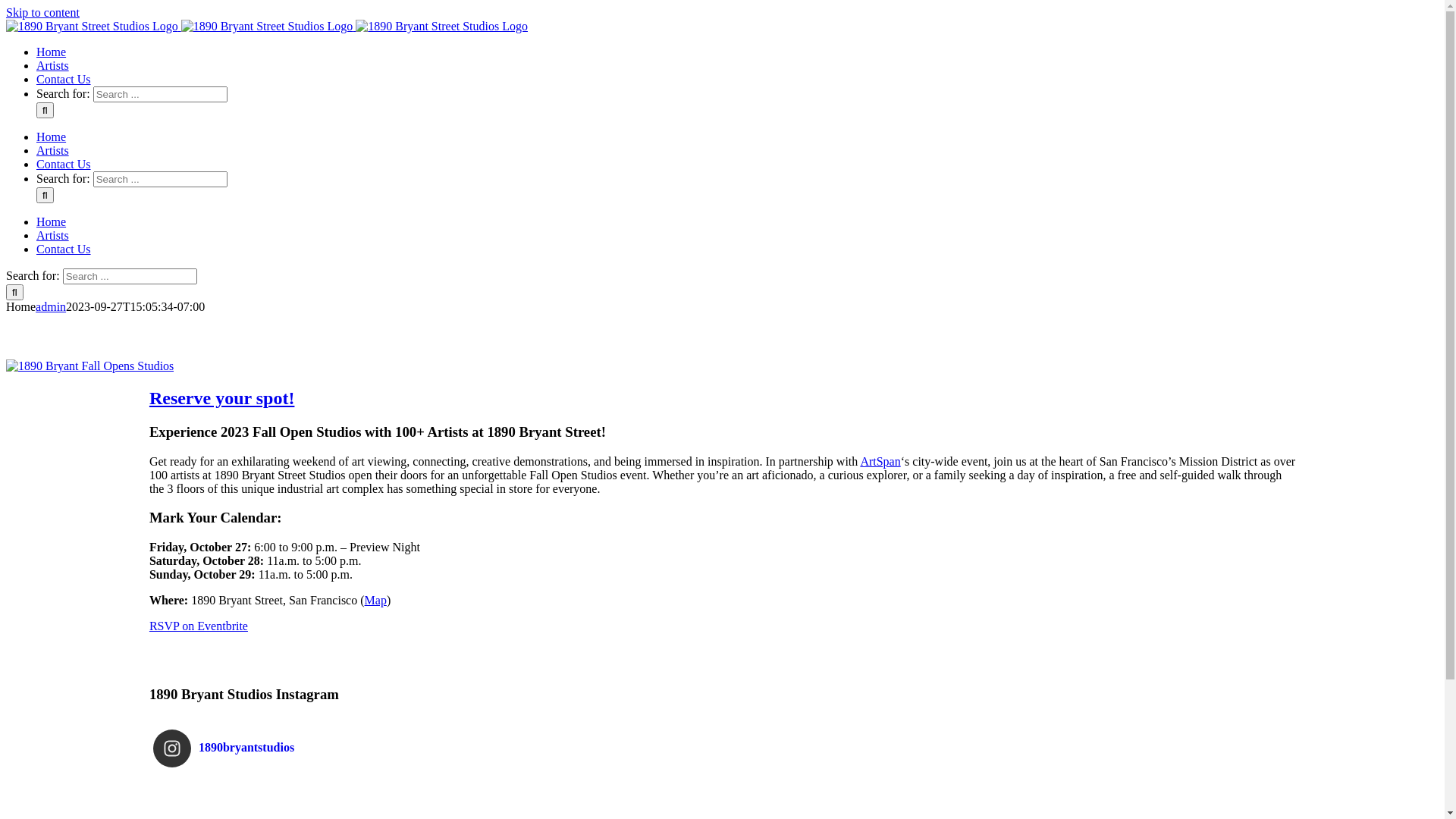 Image resolution: width=1456 pixels, height=819 pixels. Describe the element at coordinates (880, 460) in the screenshot. I see `'ArtSpan'` at that location.